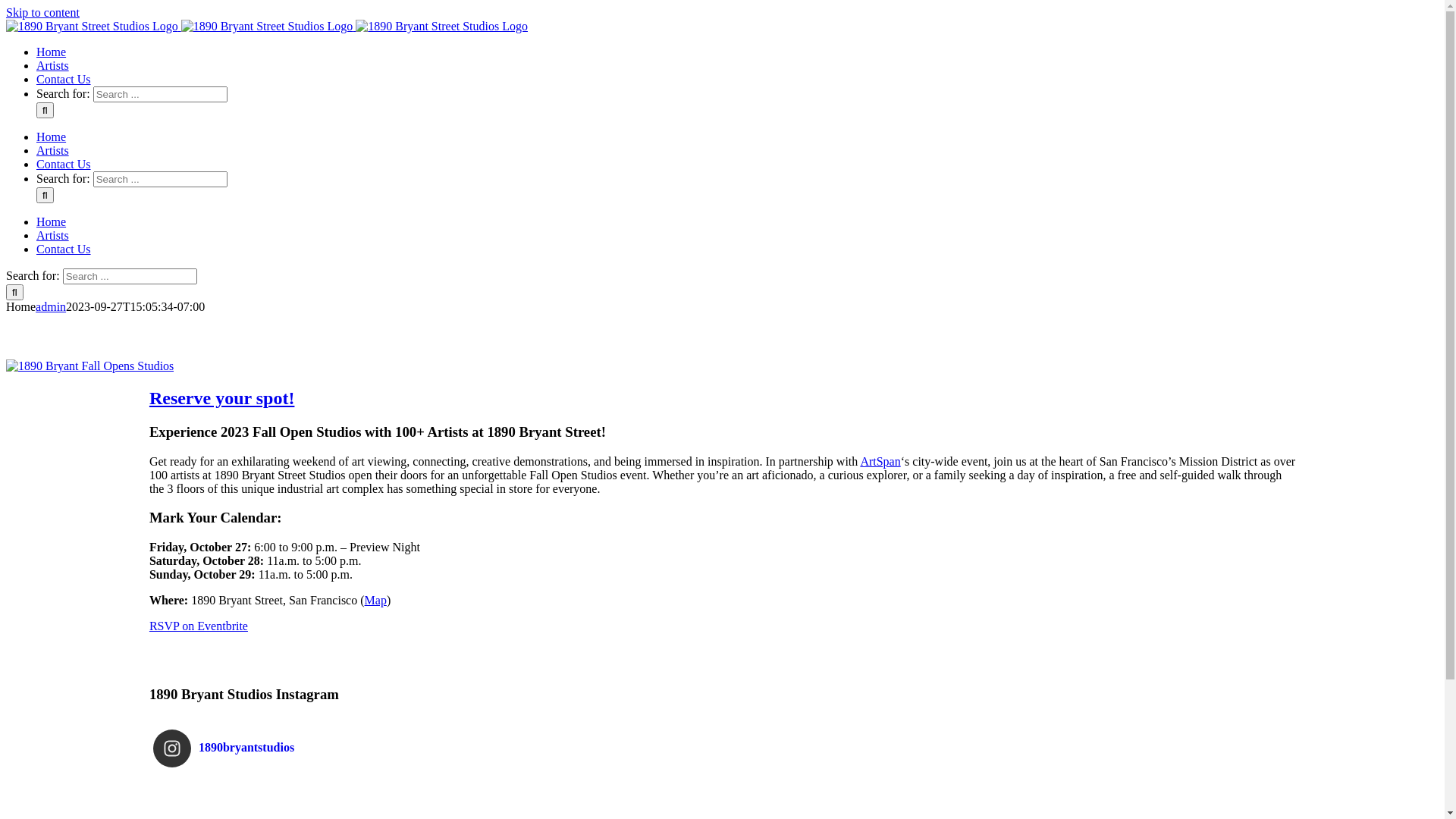 Image resolution: width=1456 pixels, height=819 pixels. Describe the element at coordinates (880, 460) in the screenshot. I see `'ArtSpan'` at that location.